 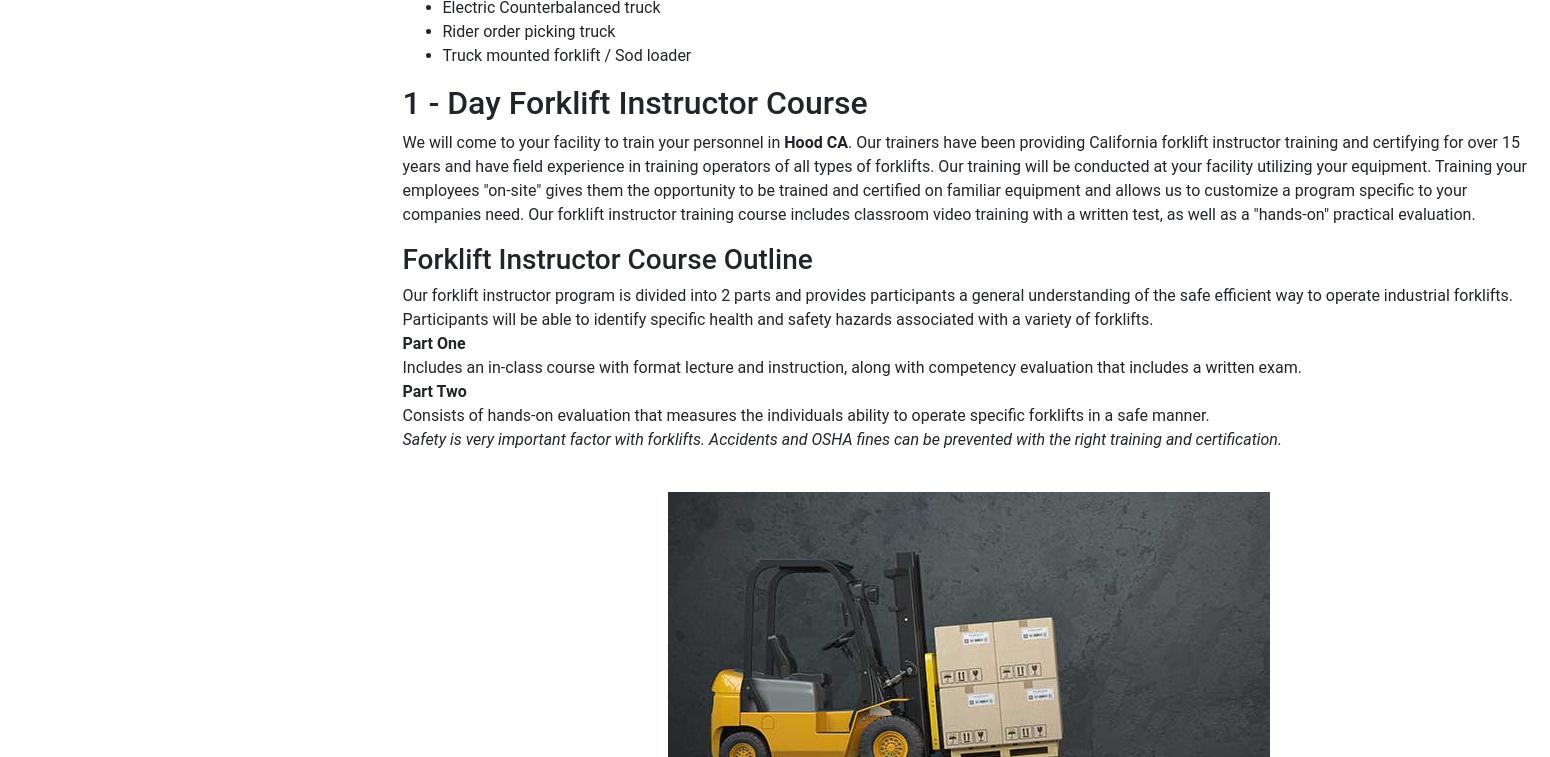 What do you see at coordinates (402, 342) in the screenshot?
I see `'Part One'` at bounding box center [402, 342].